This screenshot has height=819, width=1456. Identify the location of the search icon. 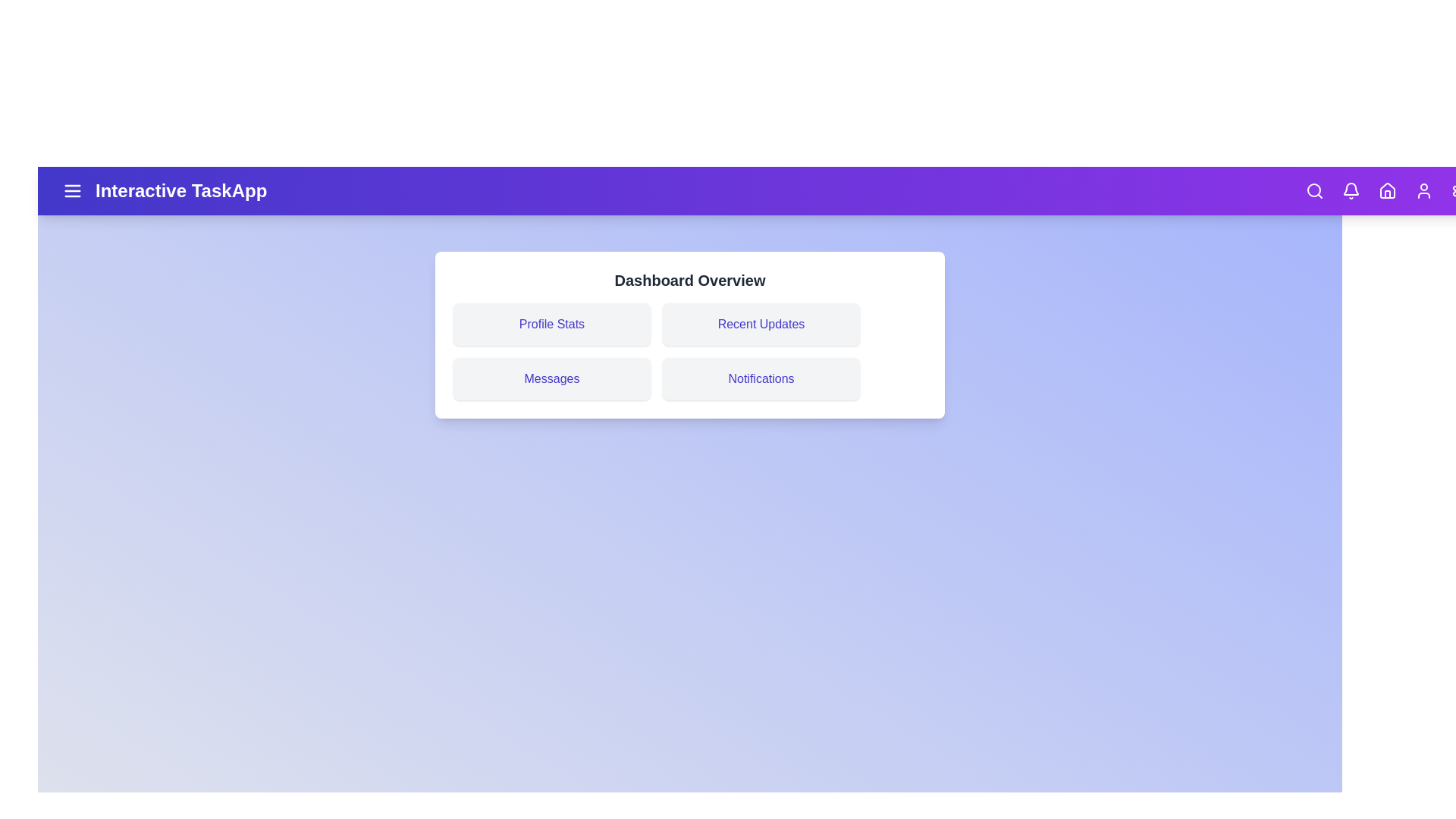
(1313, 190).